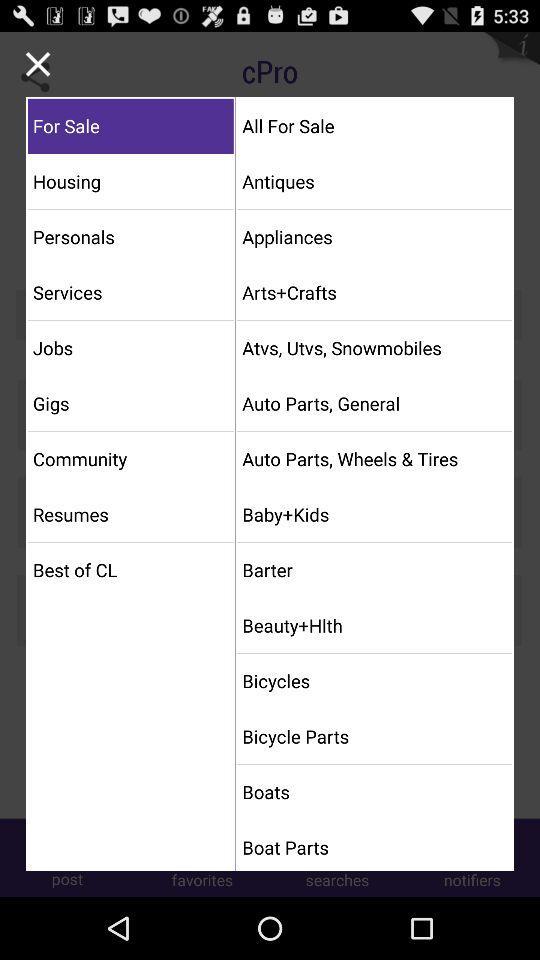 The image size is (540, 960). I want to click on icon above beauty+hlth item, so click(374, 570).